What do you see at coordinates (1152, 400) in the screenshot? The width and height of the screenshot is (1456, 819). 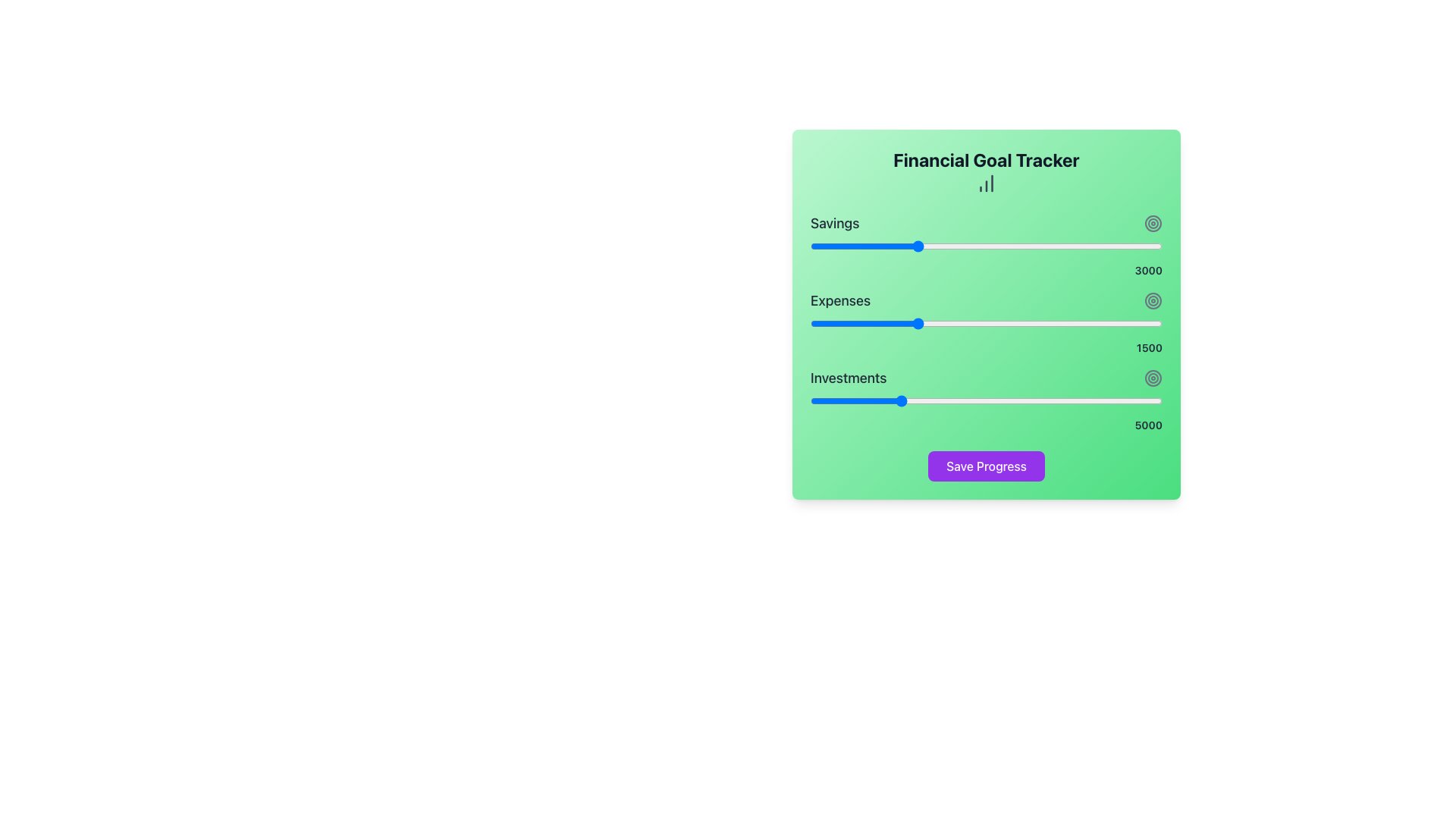 I see `the 'Investments' slider` at bounding box center [1152, 400].